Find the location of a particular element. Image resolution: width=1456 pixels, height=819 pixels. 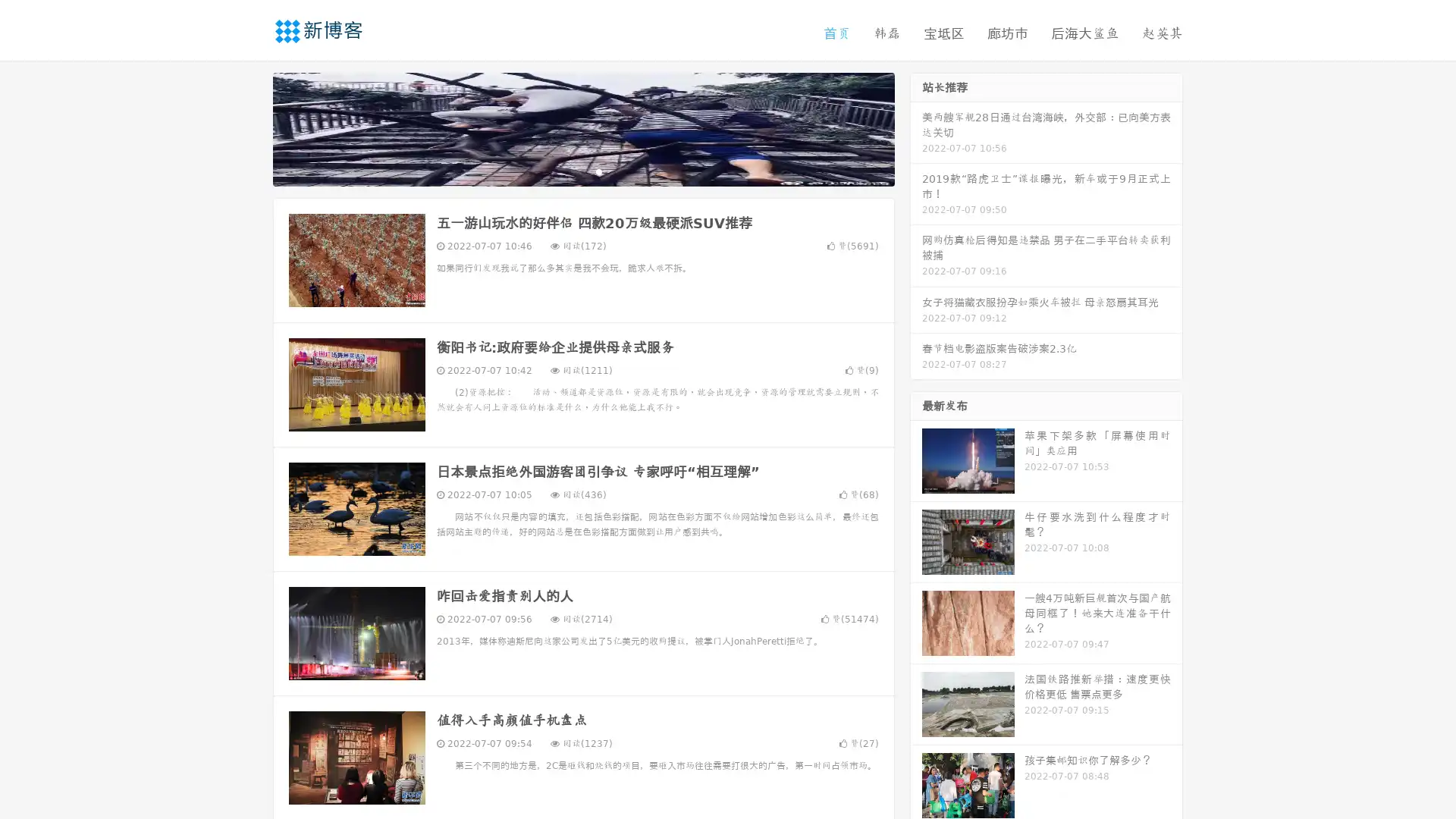

Next slide is located at coordinates (916, 127).